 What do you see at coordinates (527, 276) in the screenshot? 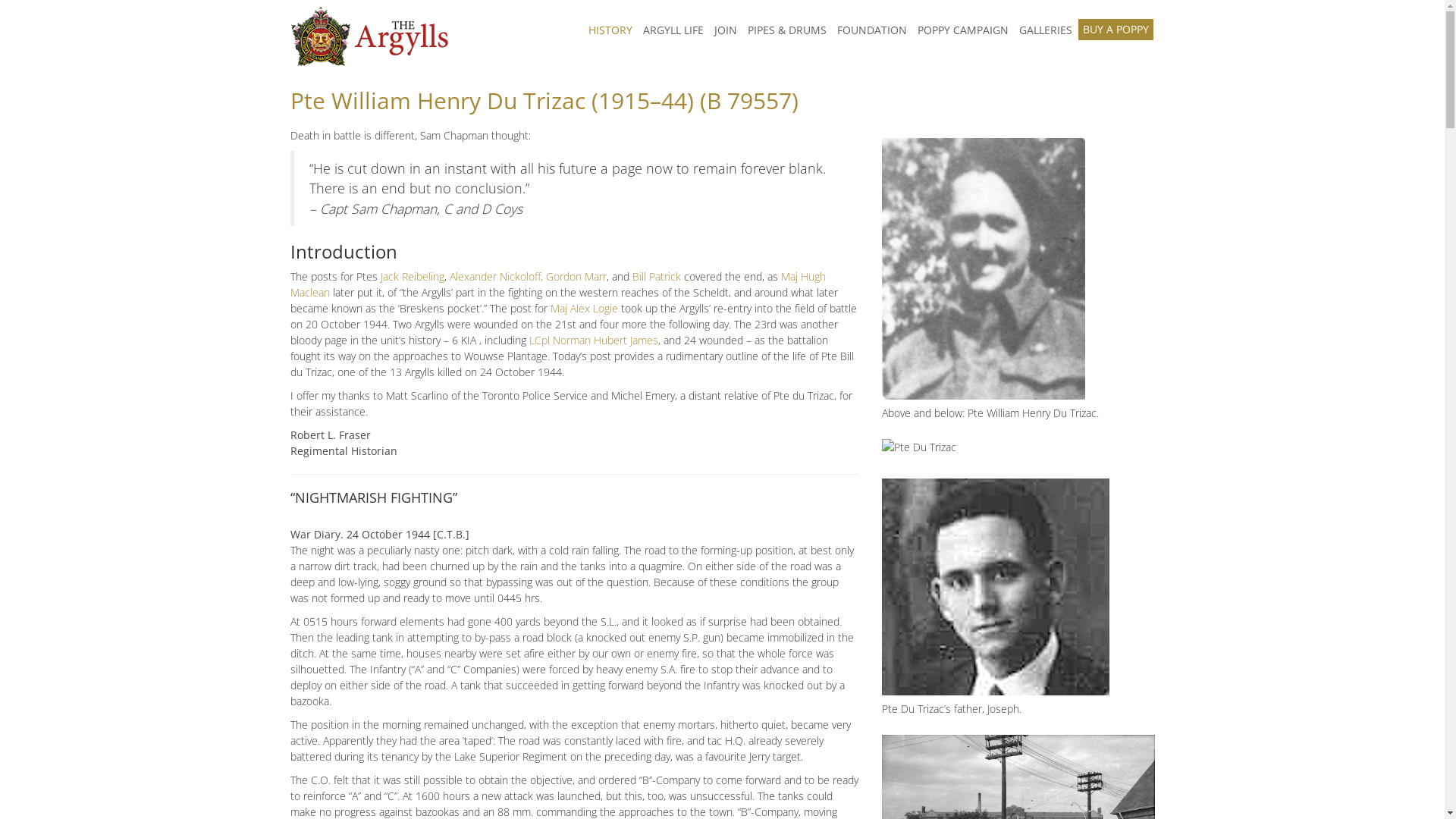
I see `'Alexander Nickoloff, Gordon Marr'` at bounding box center [527, 276].